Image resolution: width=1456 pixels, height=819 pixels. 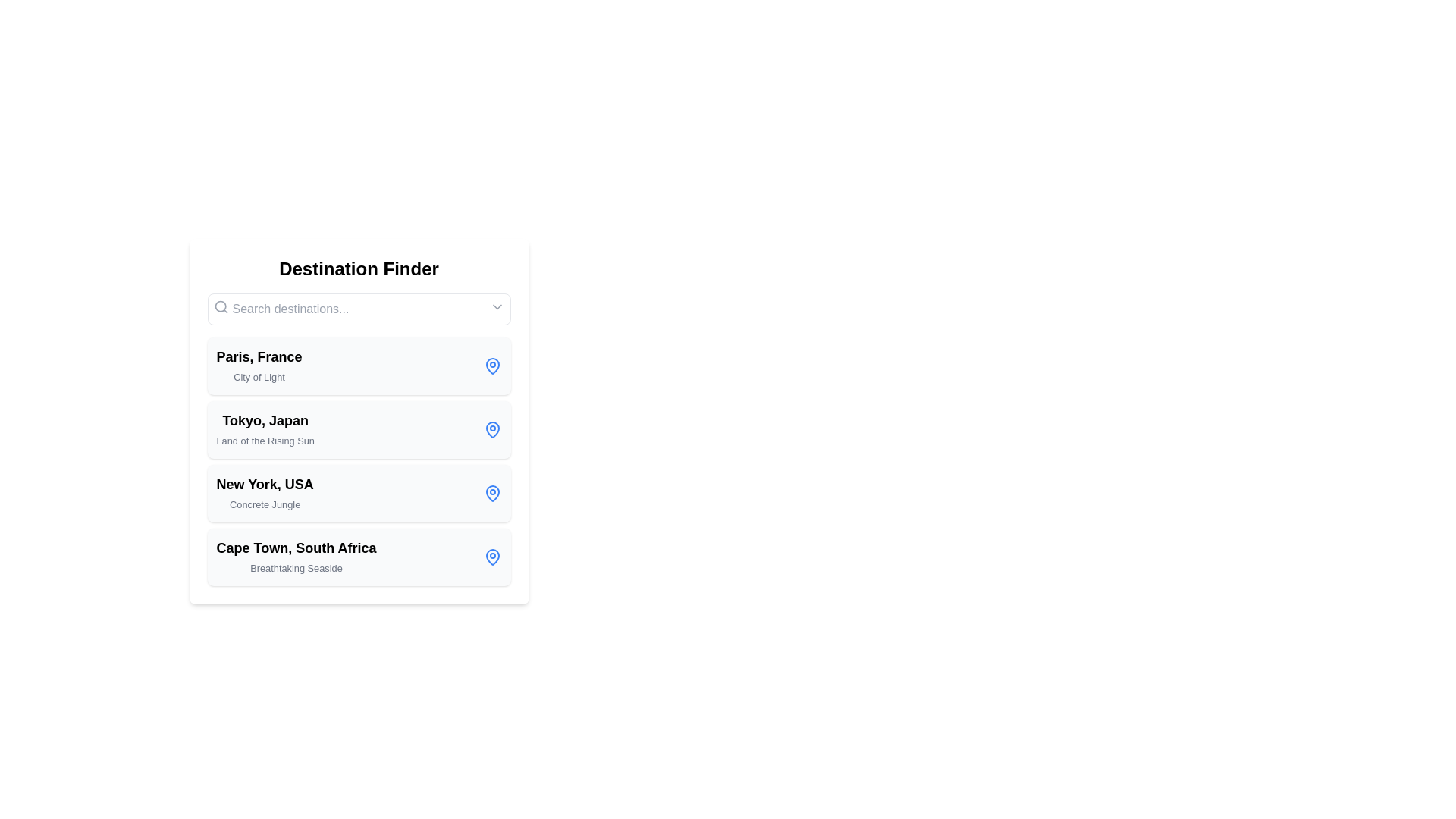 I want to click on the list item displaying 'Paris, France' in the Destination Finder panel, so click(x=358, y=366).